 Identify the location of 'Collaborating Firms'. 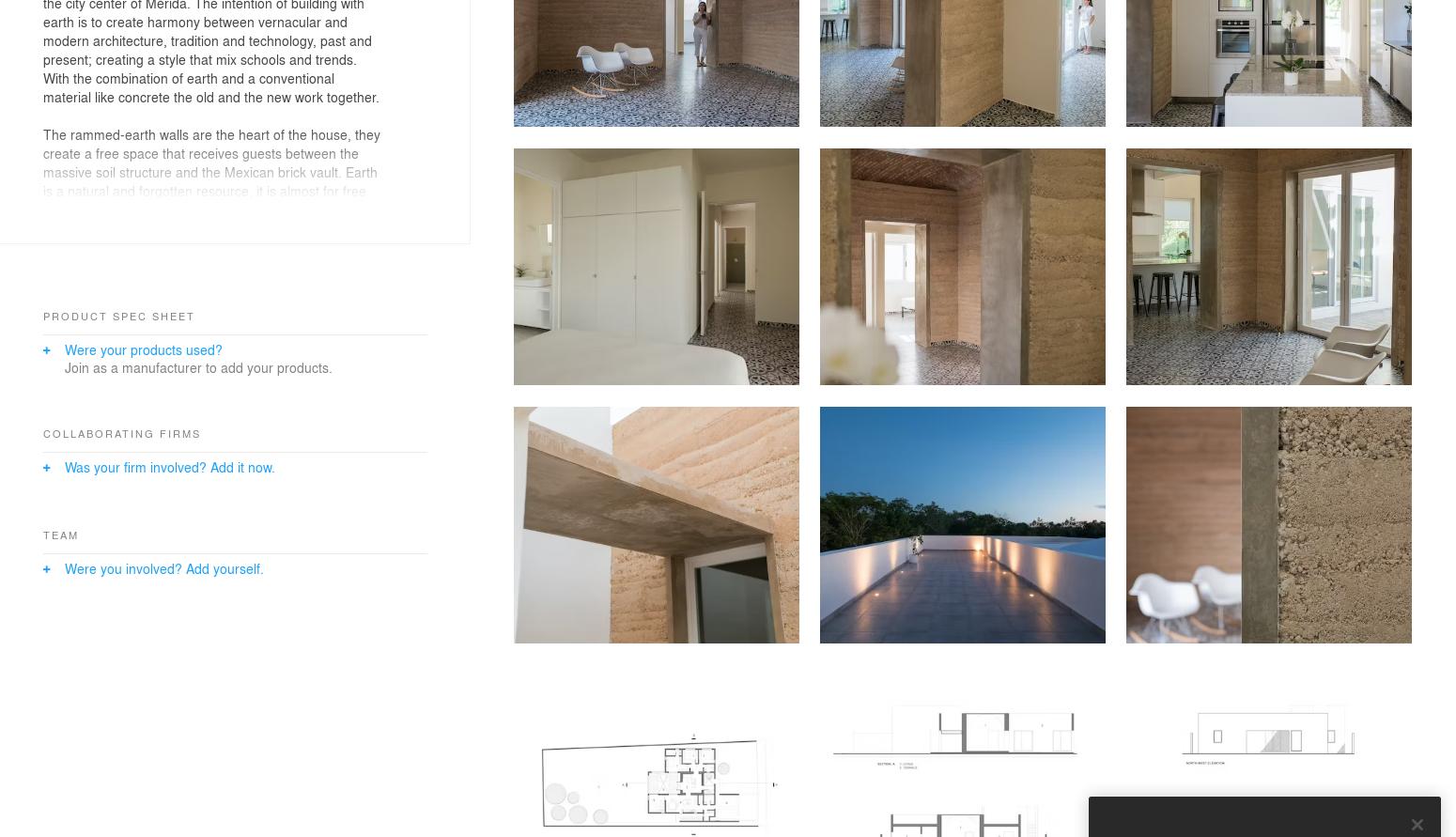
(122, 431).